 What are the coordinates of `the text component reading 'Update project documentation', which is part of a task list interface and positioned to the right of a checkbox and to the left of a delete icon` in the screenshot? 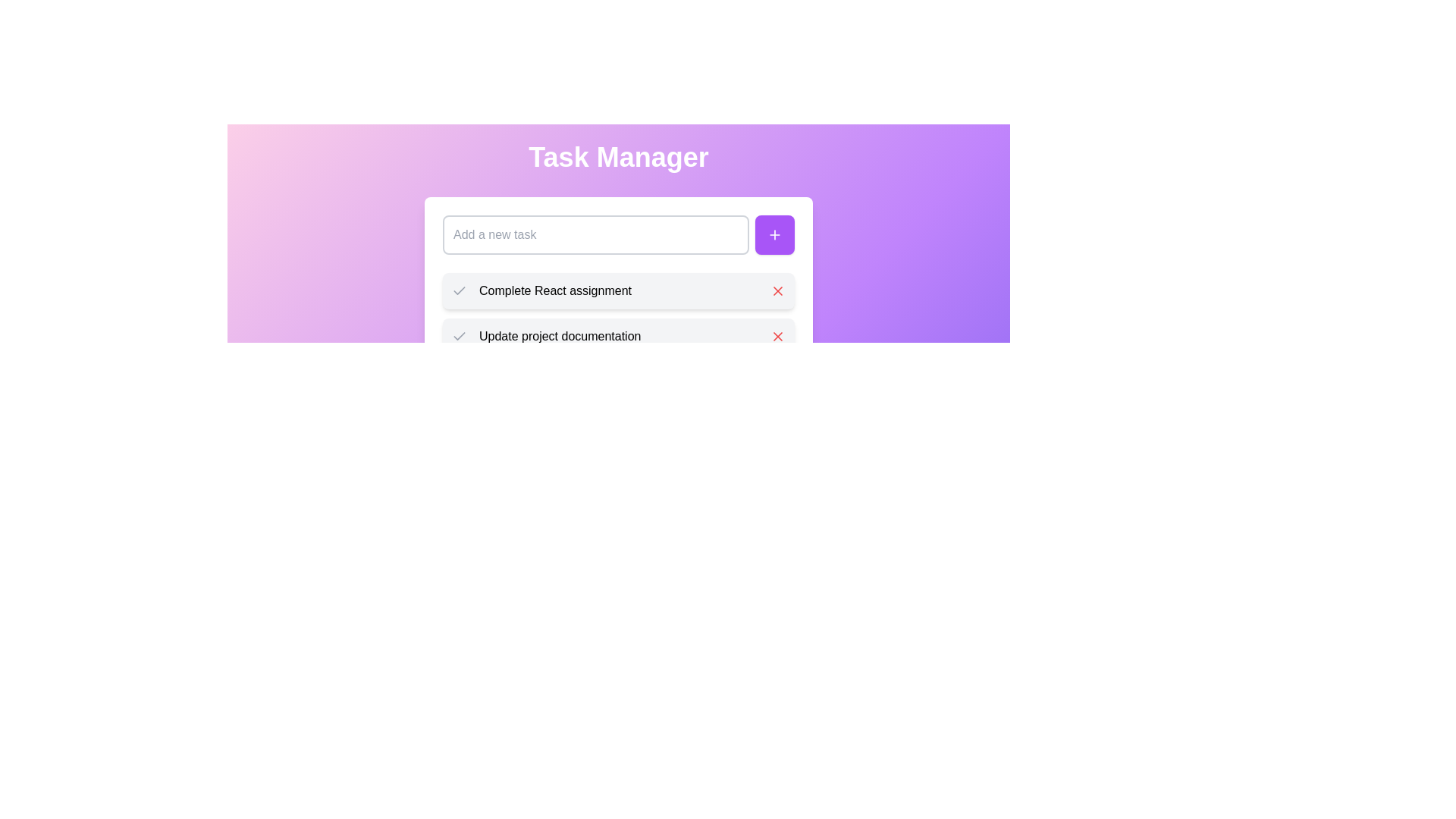 It's located at (625, 335).